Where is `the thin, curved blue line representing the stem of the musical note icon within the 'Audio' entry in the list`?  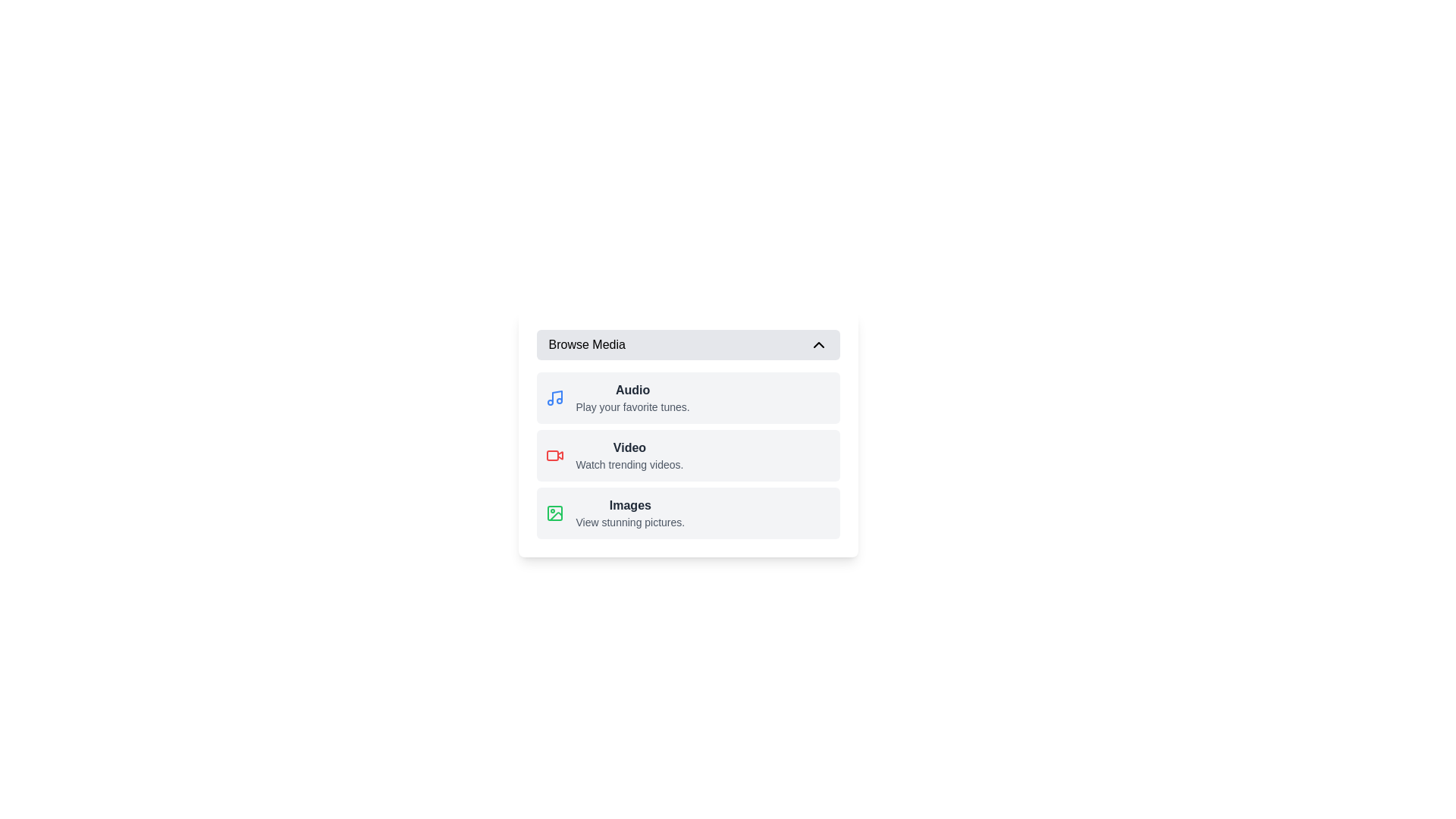
the thin, curved blue line representing the stem of the musical note icon within the 'Audio' entry in the list is located at coordinates (556, 396).